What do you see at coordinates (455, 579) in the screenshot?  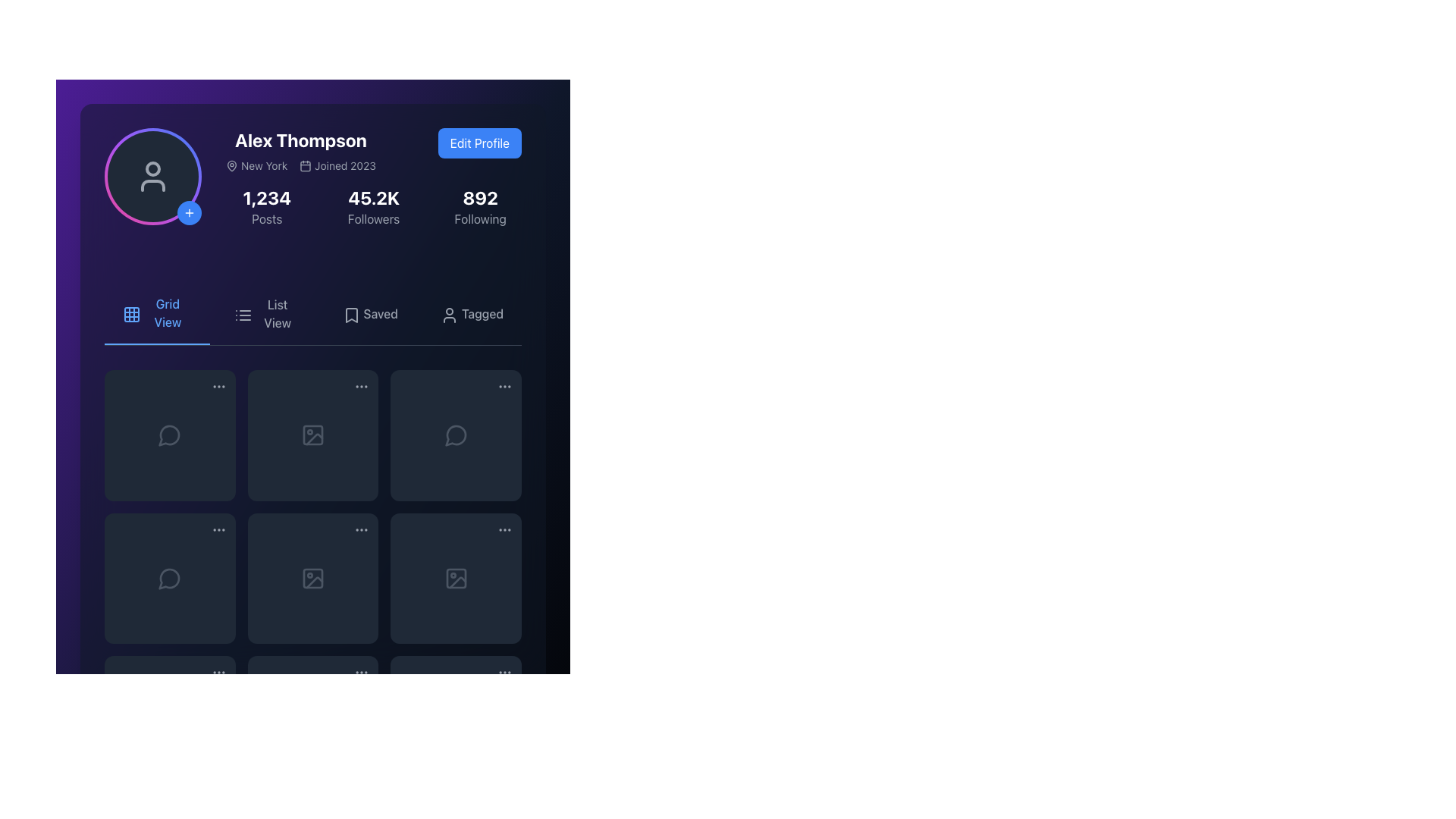 I see `the icon representing an option or status related to an image or photo, located in the second row and third column of the grid layout, by moving the cursor over it to view additional details` at bounding box center [455, 579].